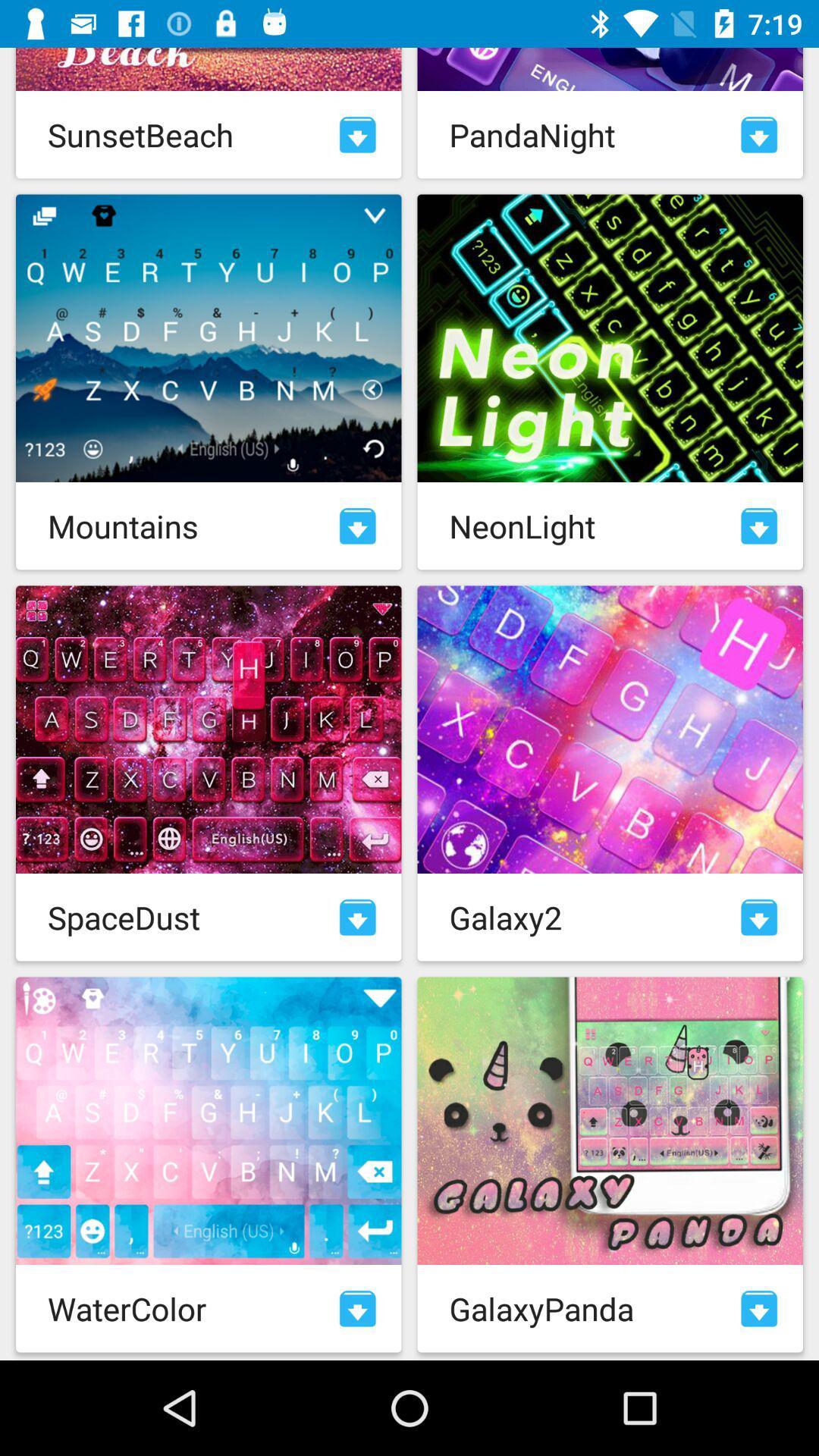  What do you see at coordinates (357, 916) in the screenshot?
I see `download theme` at bounding box center [357, 916].